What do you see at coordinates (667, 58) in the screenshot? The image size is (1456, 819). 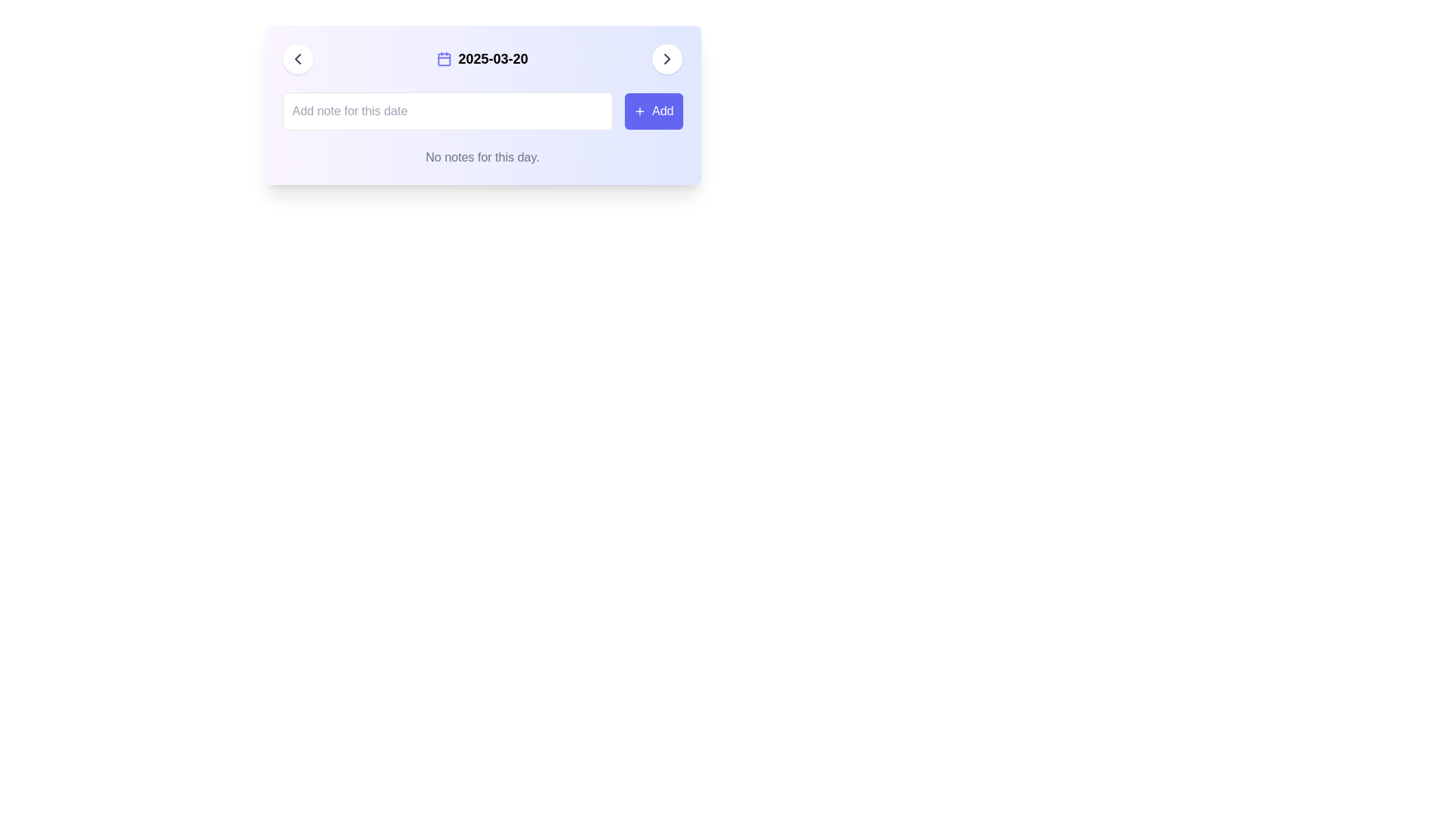 I see `the right-pointing chevron icon located in the upper-right corner of the interactive card section` at bounding box center [667, 58].